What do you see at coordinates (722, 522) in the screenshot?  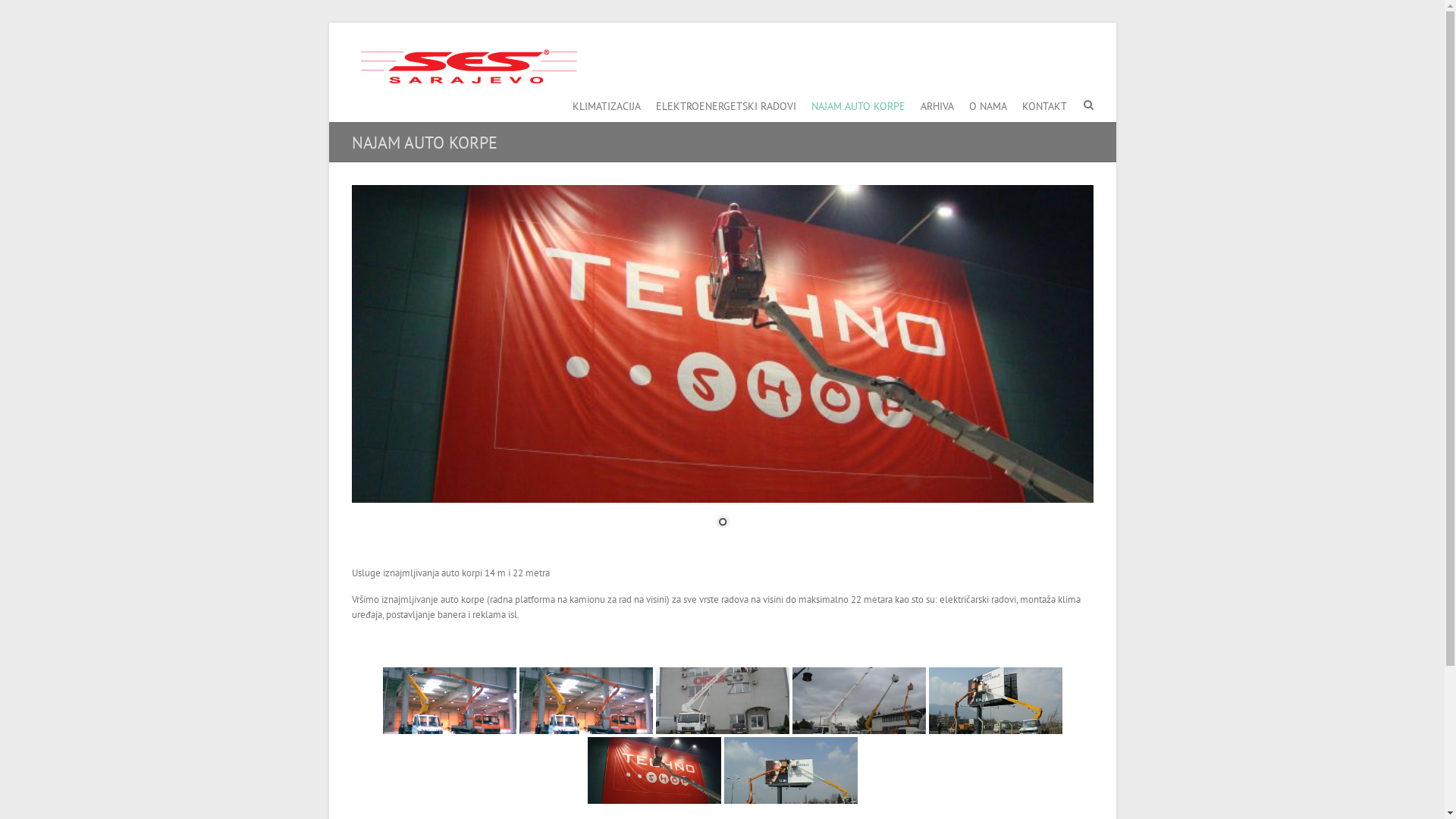 I see `'1'` at bounding box center [722, 522].